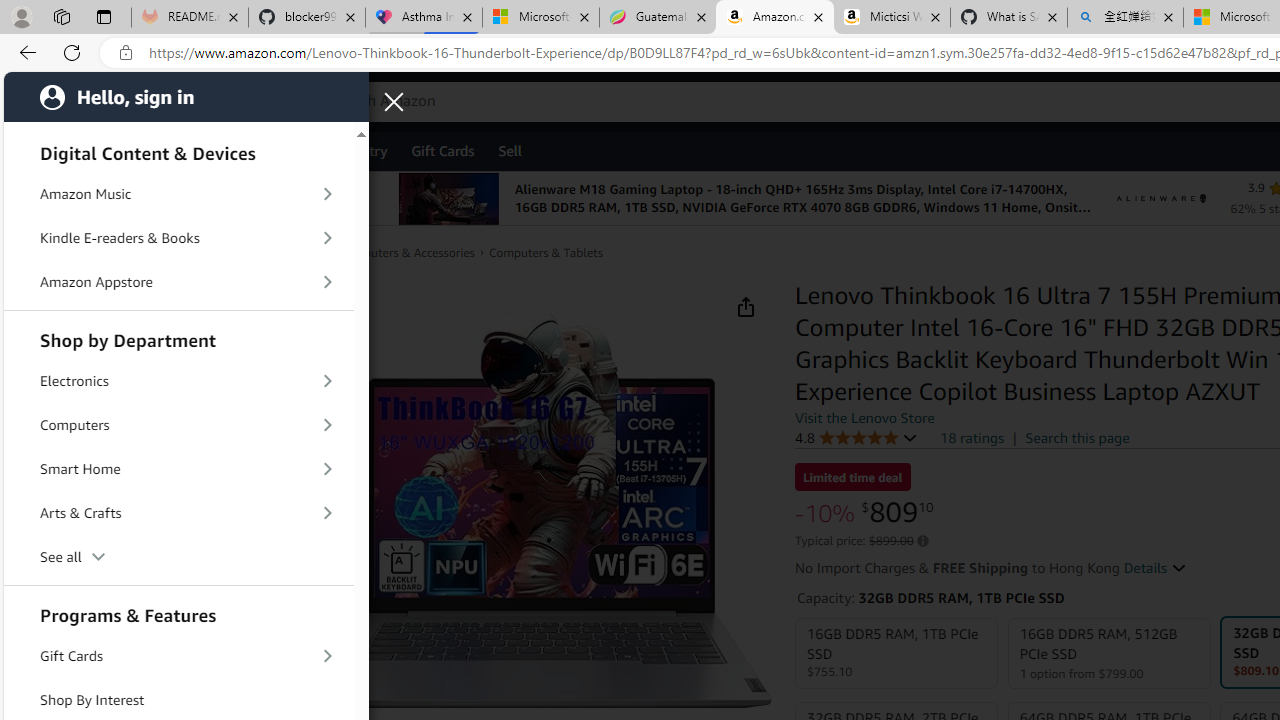 The width and height of the screenshot is (1280, 720). What do you see at coordinates (921, 541) in the screenshot?
I see `'Learn more about Amazon pricing and savings'` at bounding box center [921, 541].